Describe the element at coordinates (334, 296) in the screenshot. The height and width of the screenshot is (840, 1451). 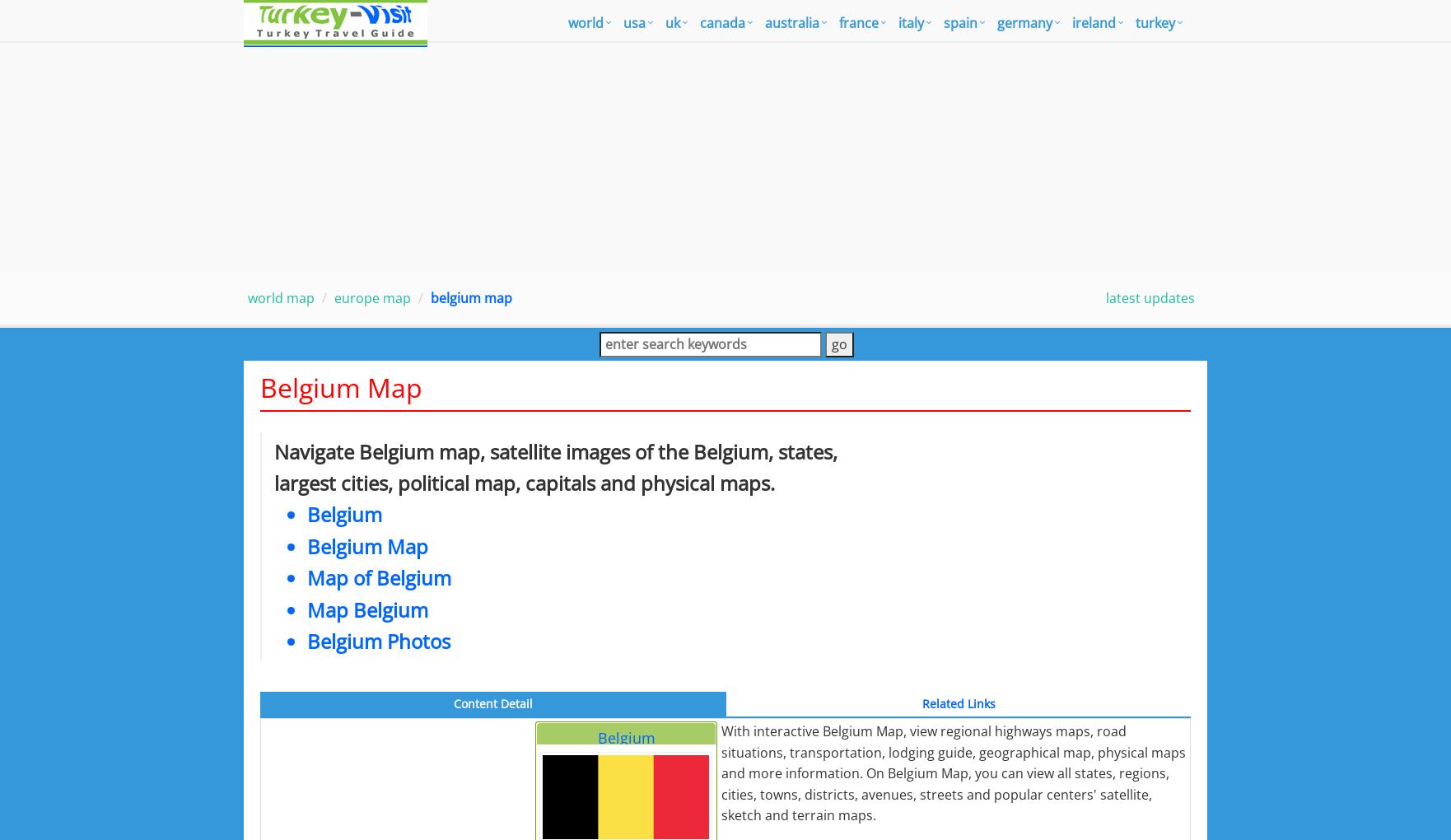
I see `'europe map'` at that location.